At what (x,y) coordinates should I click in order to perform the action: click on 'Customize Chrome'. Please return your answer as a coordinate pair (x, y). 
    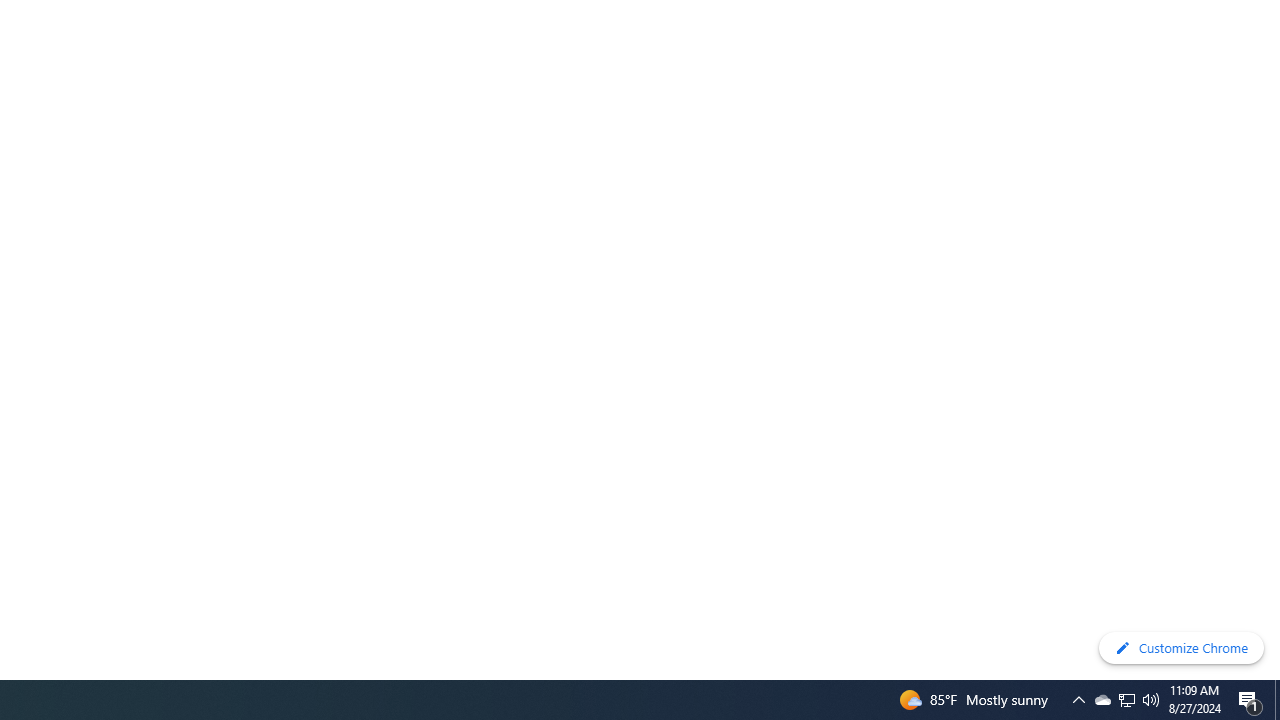
    Looking at the image, I should click on (1181, 648).